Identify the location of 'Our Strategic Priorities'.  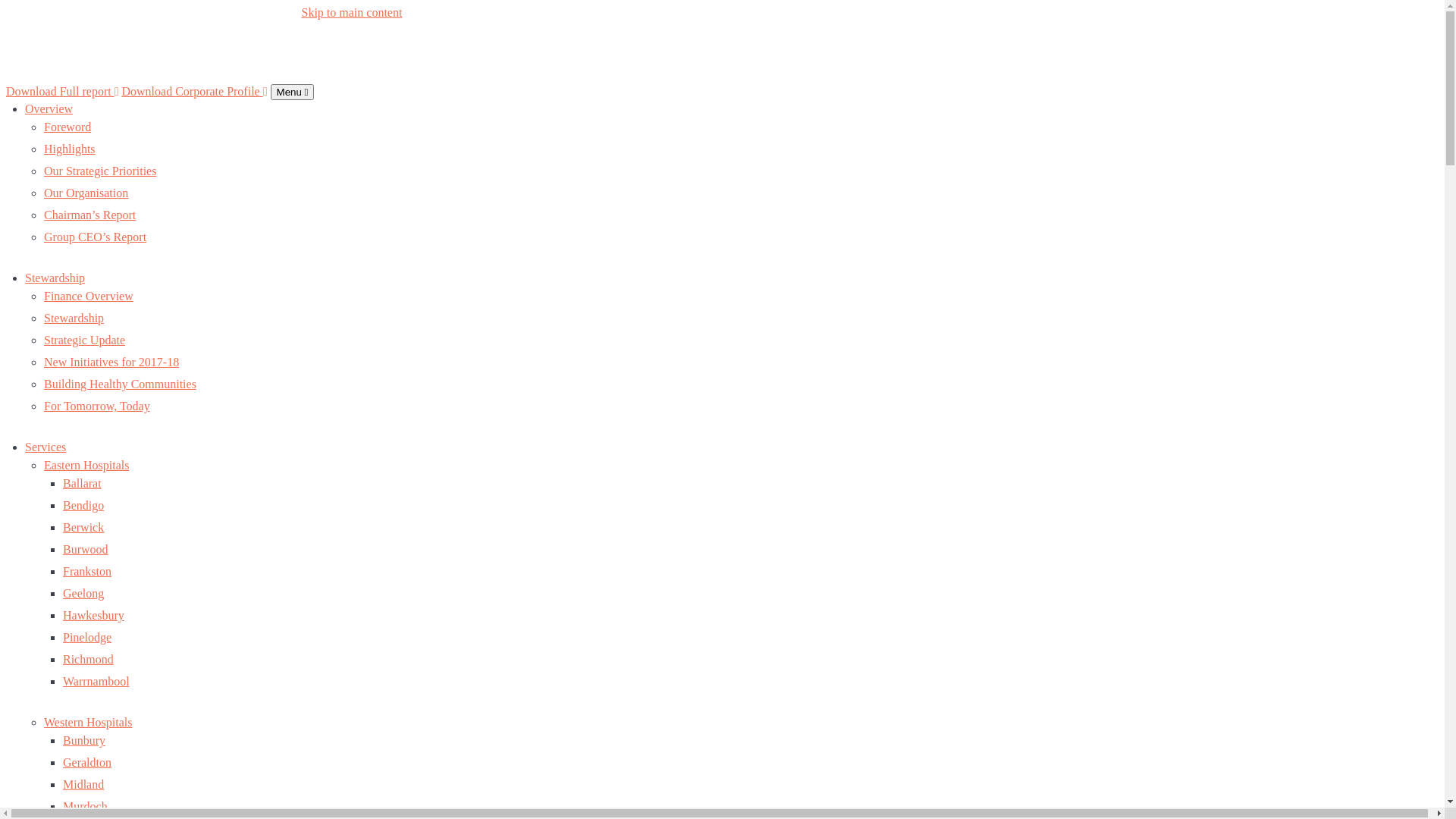
(99, 171).